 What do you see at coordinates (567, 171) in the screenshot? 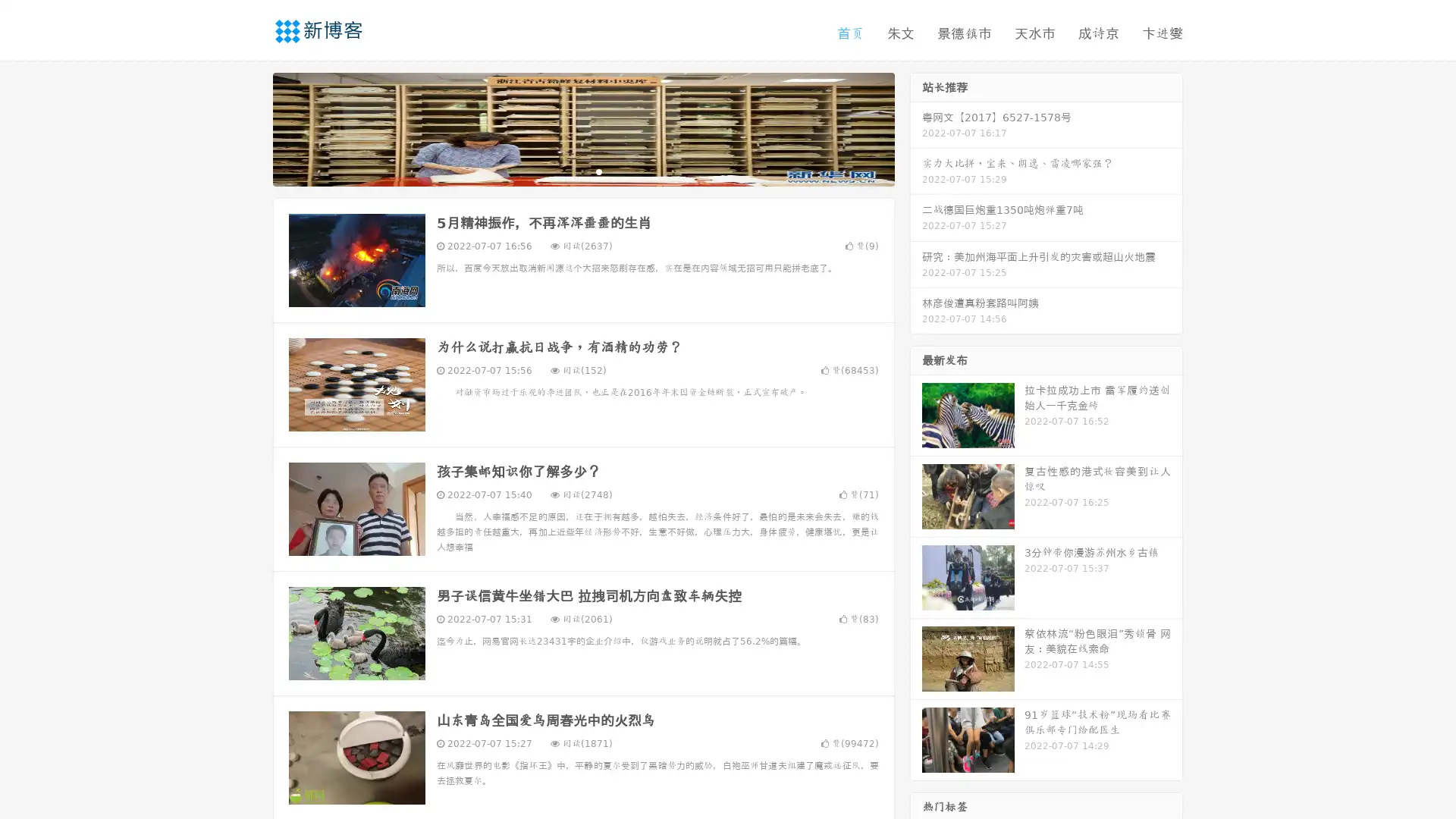
I see `Go to slide 1` at bounding box center [567, 171].